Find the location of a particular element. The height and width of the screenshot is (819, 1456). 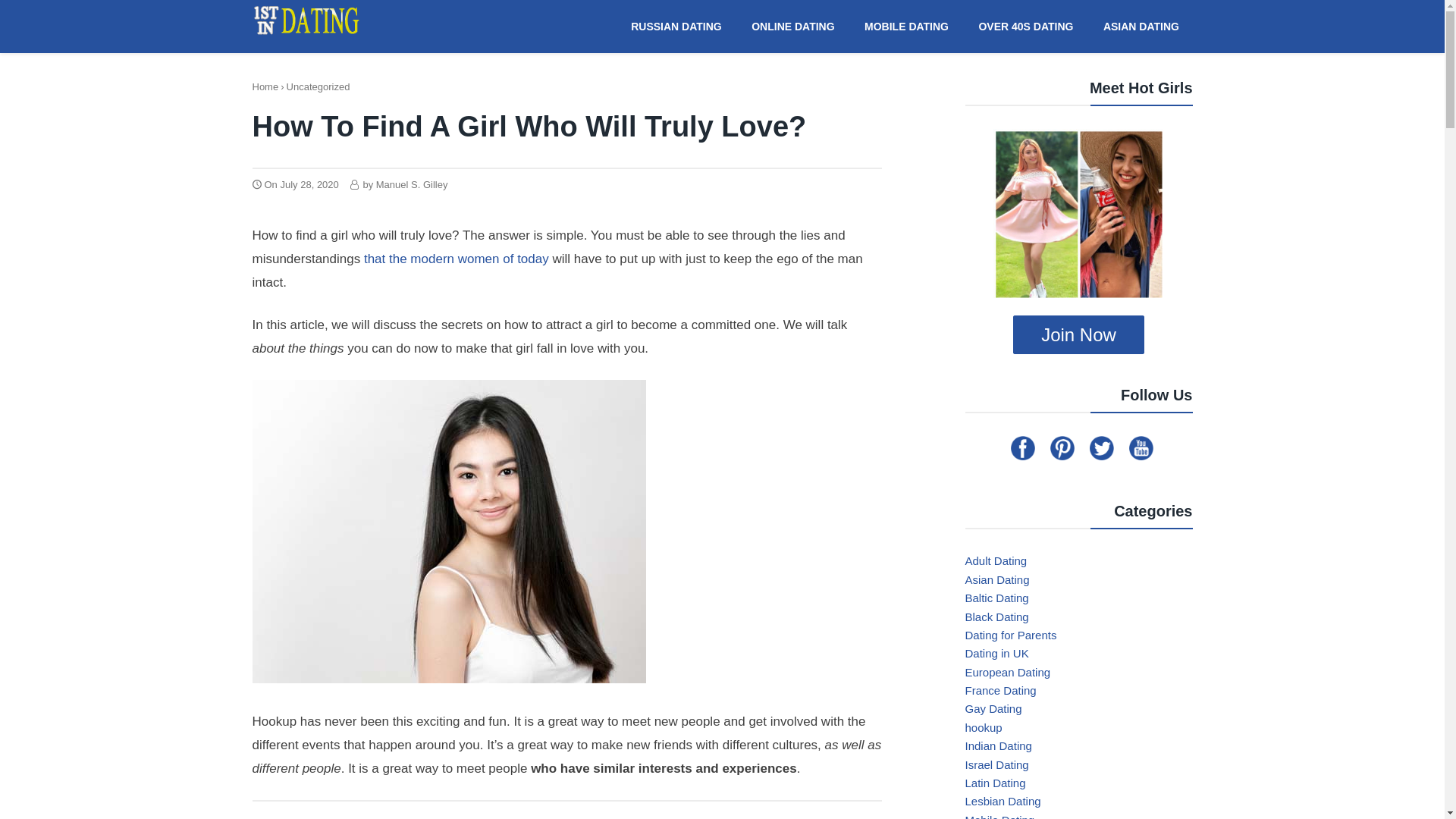

'Gay Dating' is located at coordinates (993, 708).